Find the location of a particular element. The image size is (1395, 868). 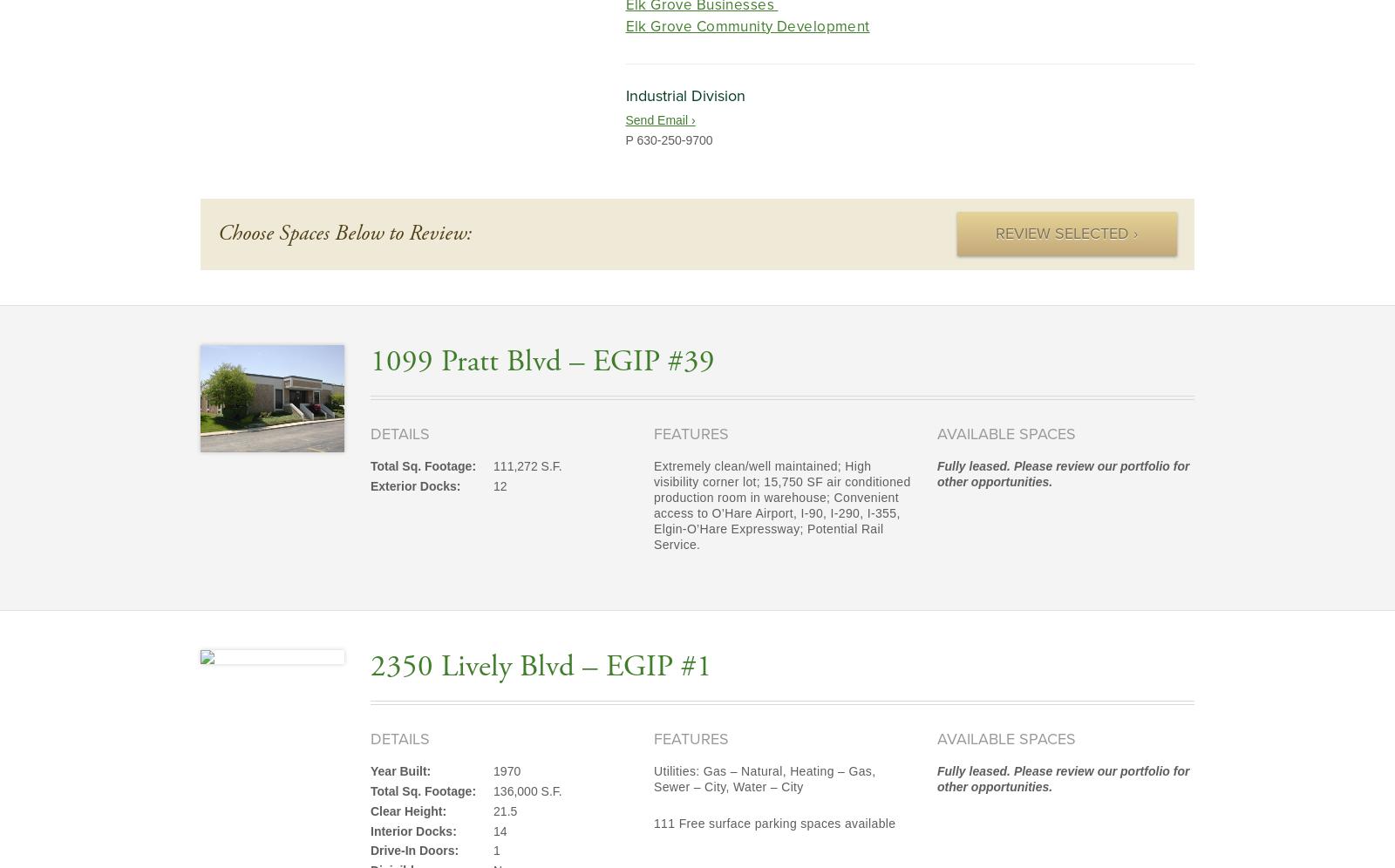

'P 630-250-9700' is located at coordinates (669, 138).